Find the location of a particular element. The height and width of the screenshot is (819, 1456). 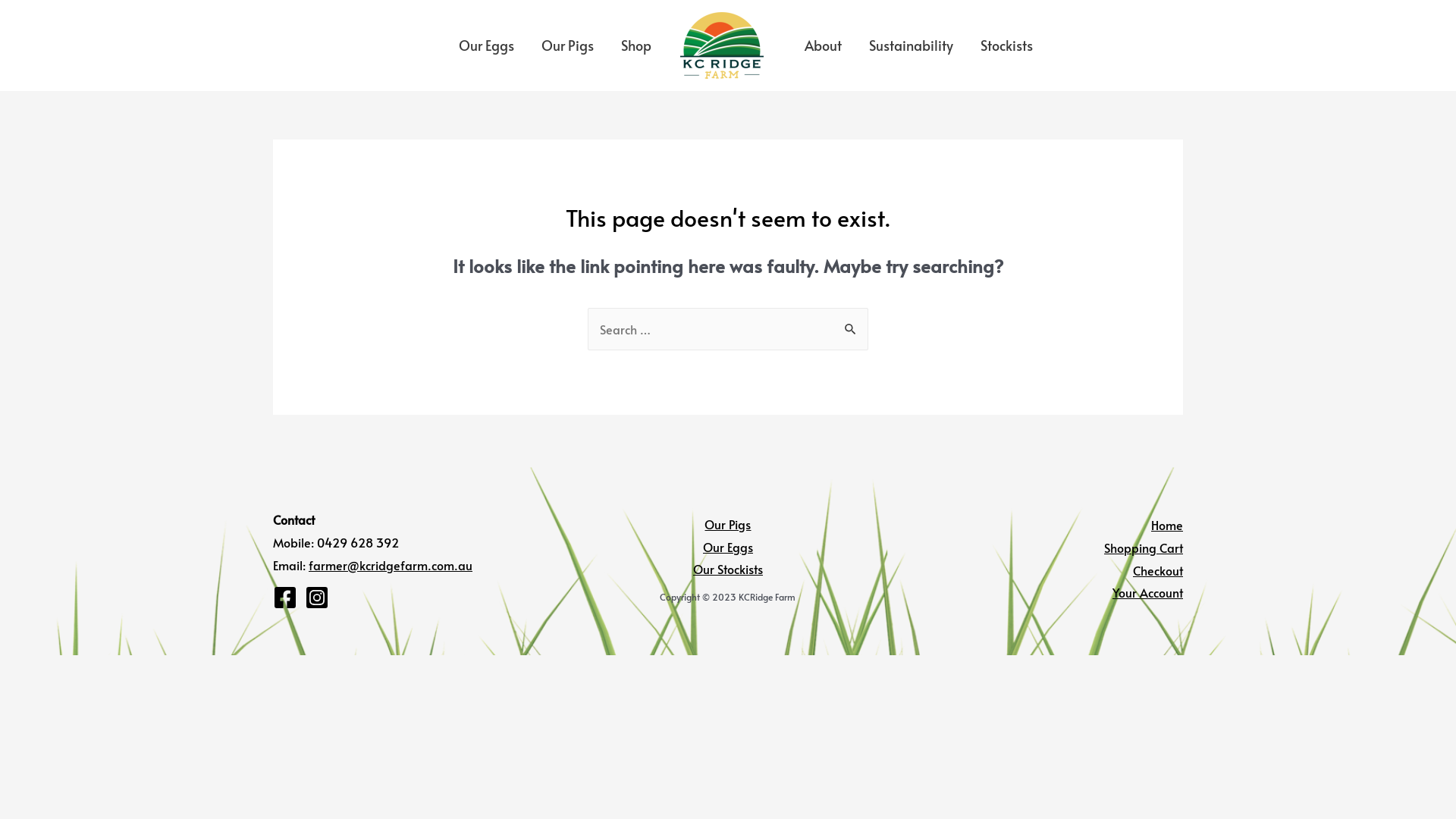

'Our Eggs' is located at coordinates (444, 45).